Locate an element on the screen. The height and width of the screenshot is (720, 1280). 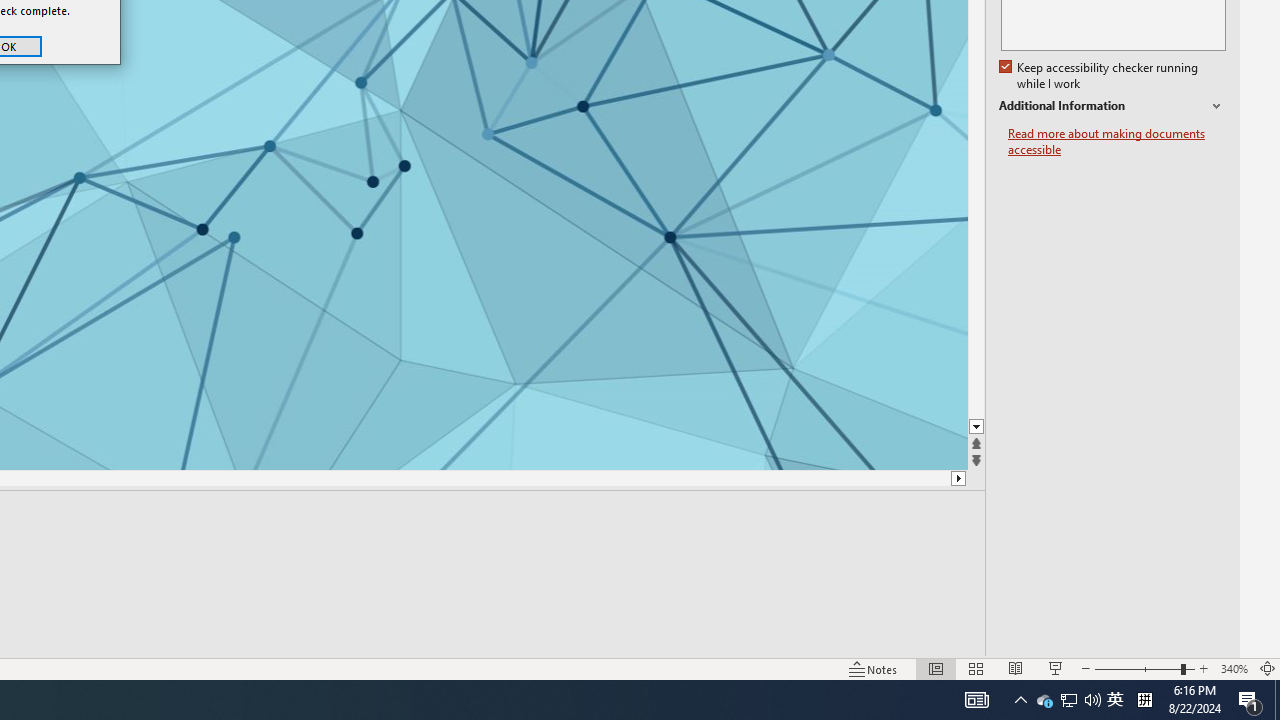
'Zoom 340%' is located at coordinates (1233, 669).